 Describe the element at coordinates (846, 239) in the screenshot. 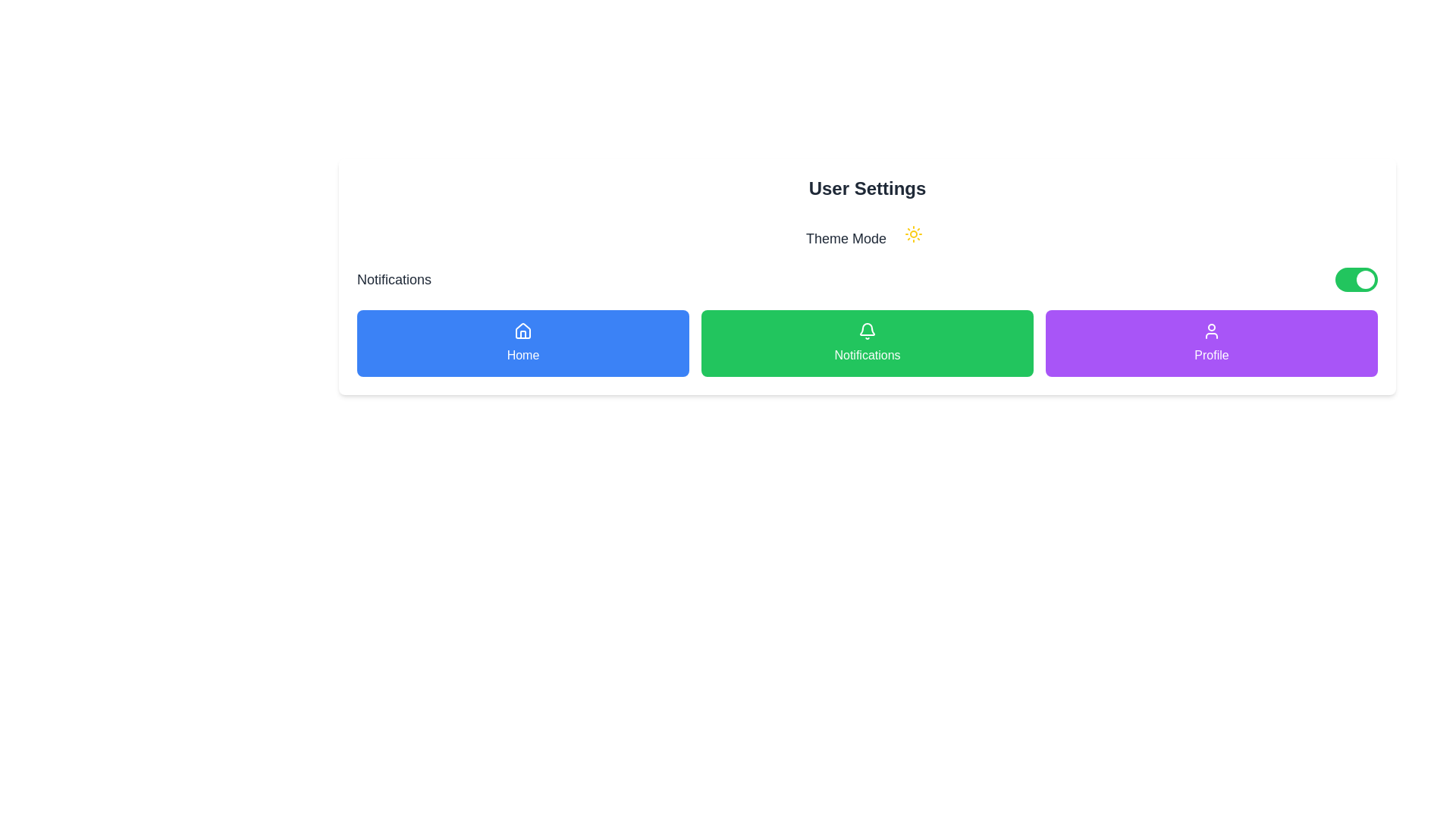

I see `the 'Theme Mode' text label, which is styled prominently and positioned centrally below the 'User Settings' header, adjacent to a sun icon` at that location.